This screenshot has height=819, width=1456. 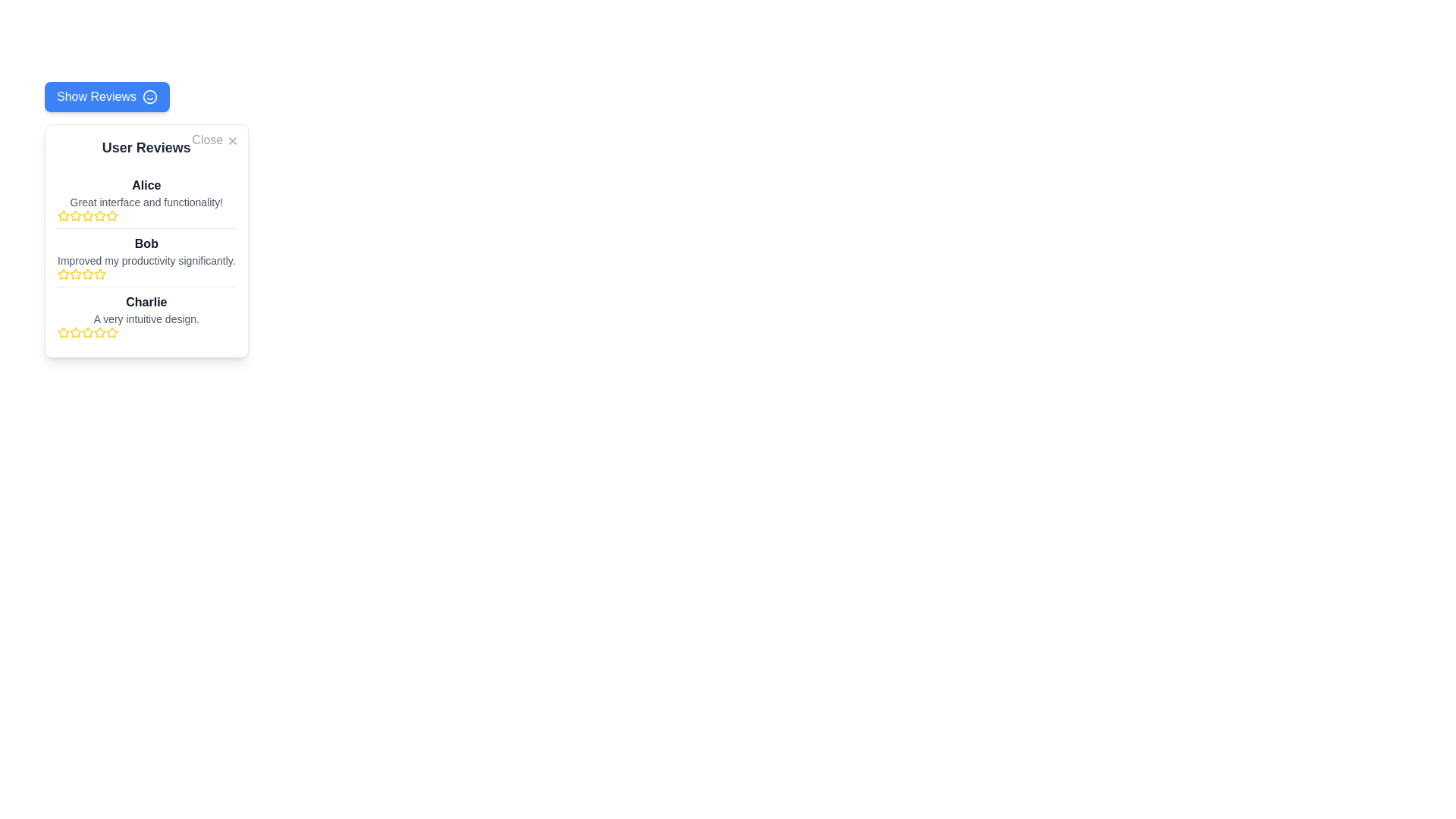 I want to click on the fifth star icon in the user rating system under Charlie's review to register an interaction, so click(x=86, y=332).